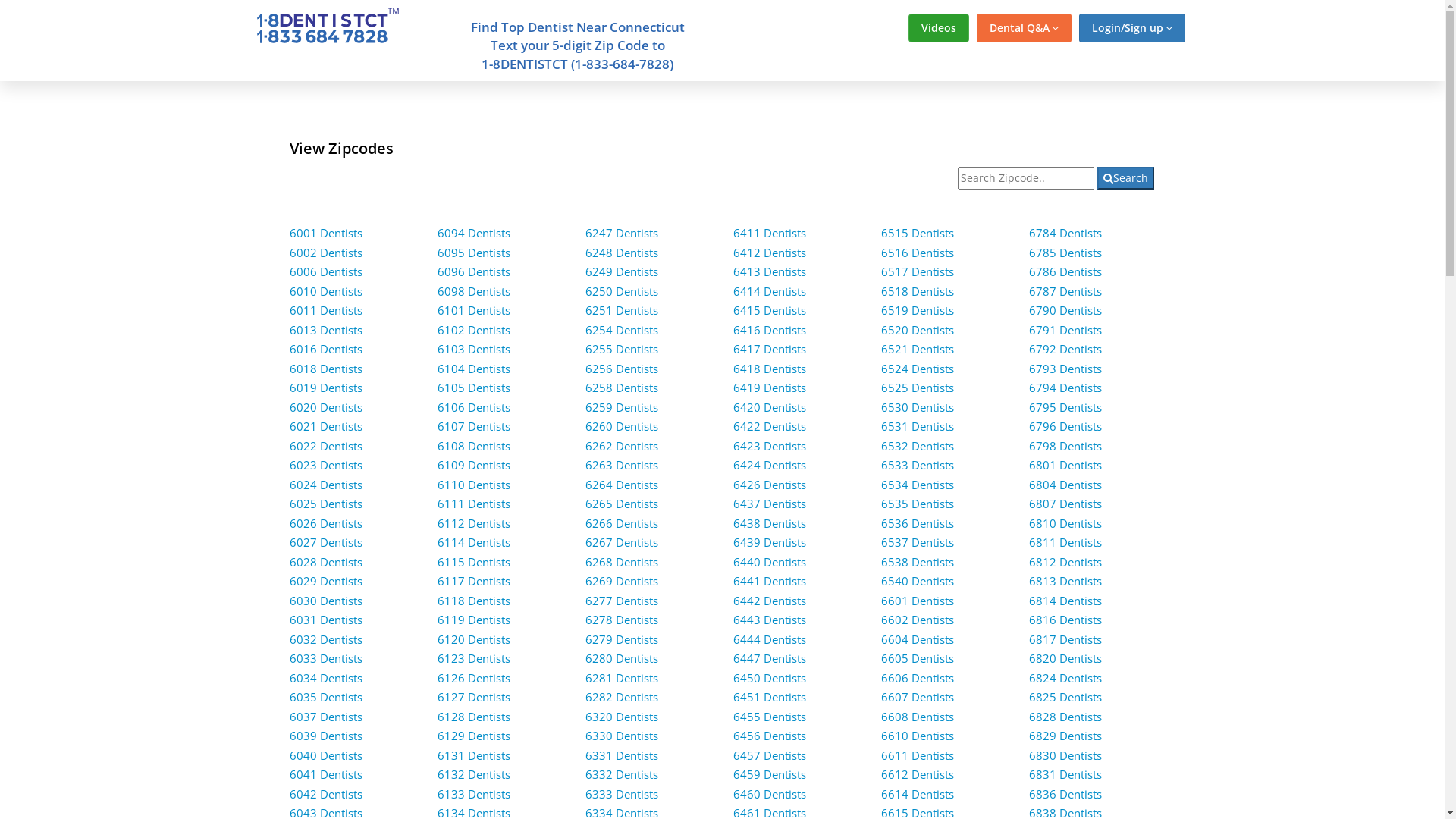 The height and width of the screenshot is (819, 1456). Describe the element at coordinates (1065, 774) in the screenshot. I see `'6831 Dentists'` at that location.